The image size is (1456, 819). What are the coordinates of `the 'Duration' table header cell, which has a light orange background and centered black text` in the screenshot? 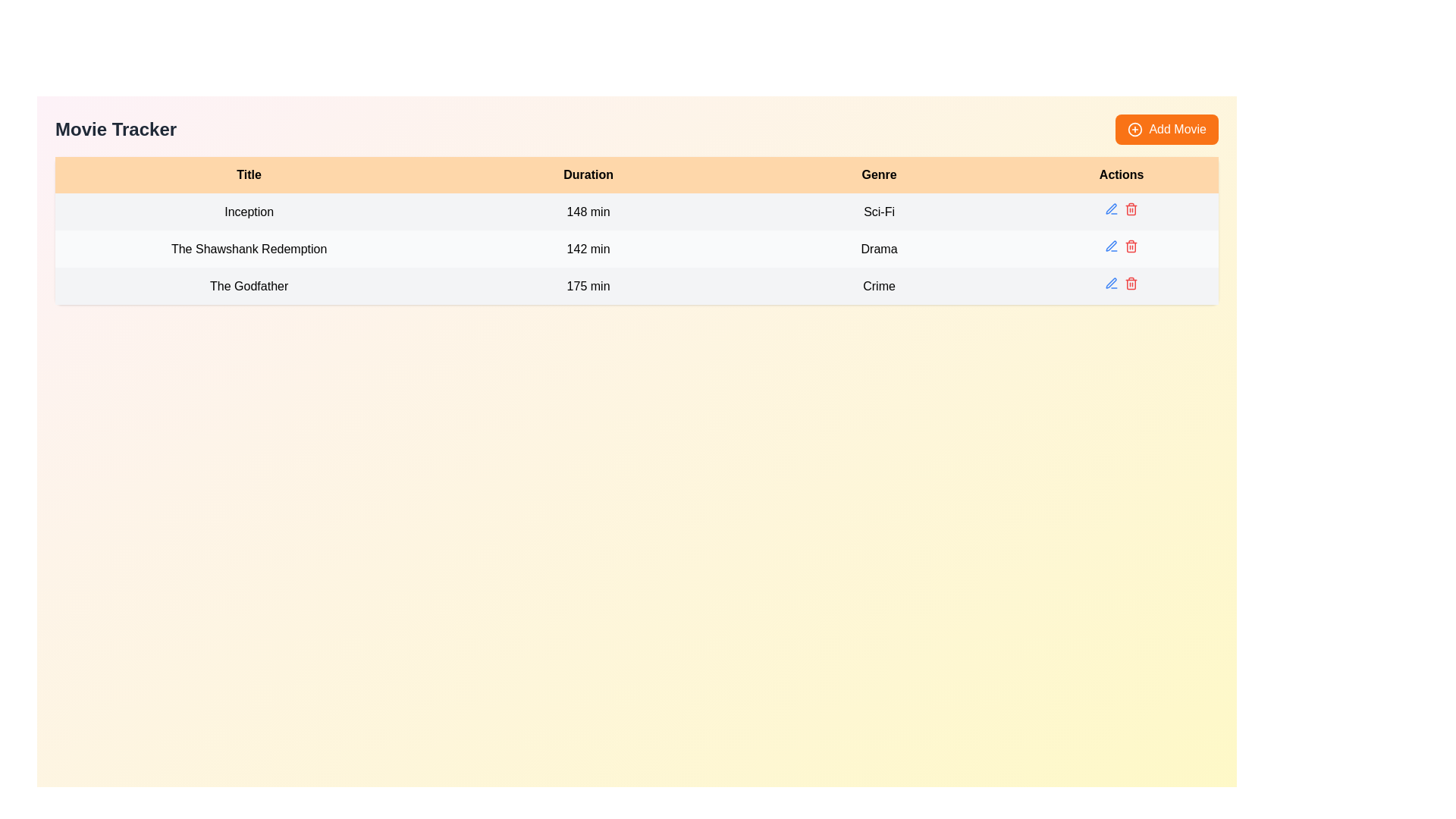 It's located at (588, 174).